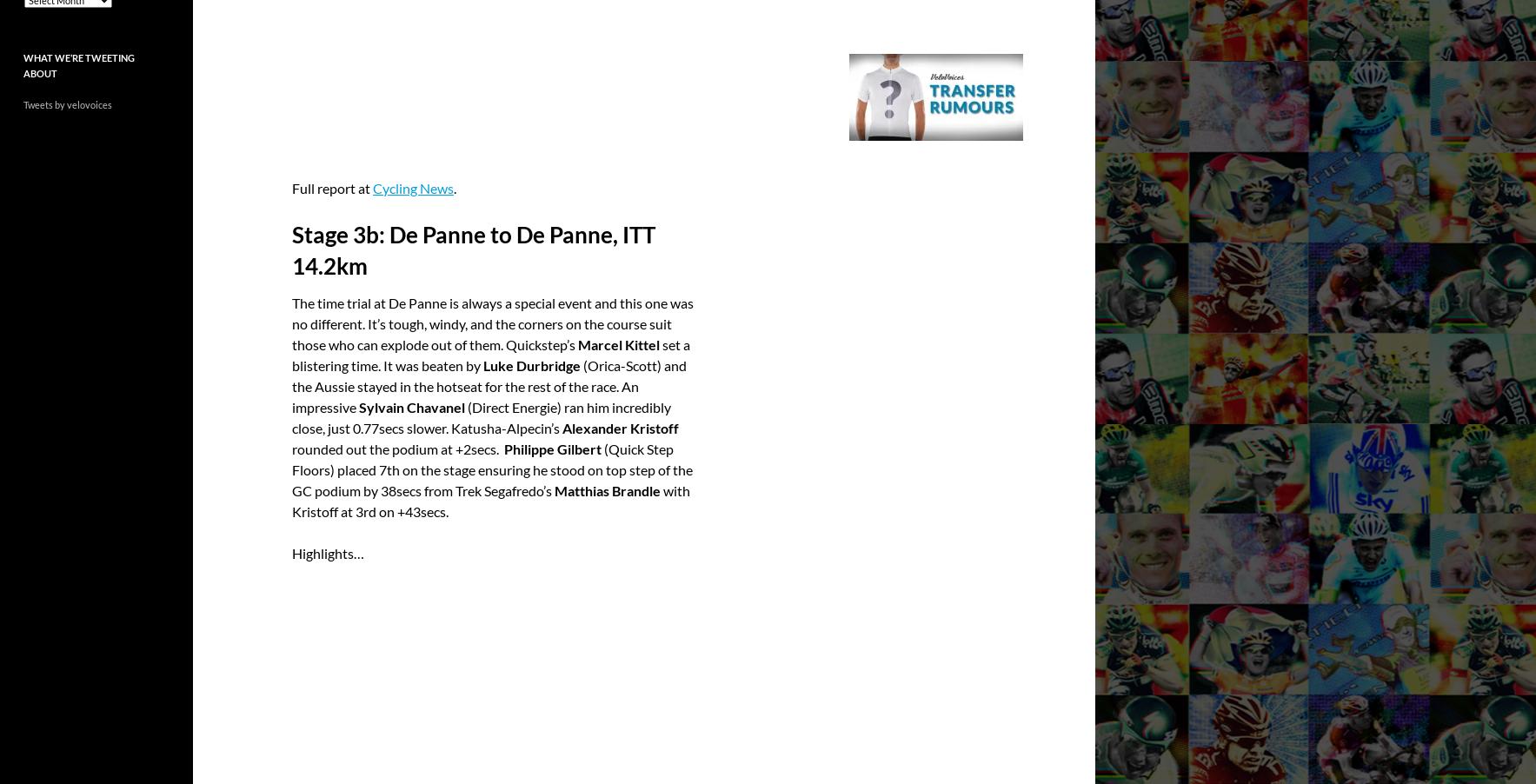 This screenshot has height=784, width=1536. Describe the element at coordinates (492, 468) in the screenshot. I see `'(Quick Step Floors) placed 7th on the stage ensuring he stood on top step of the GC podium by 38secs from Trek Segafredo’s'` at that location.